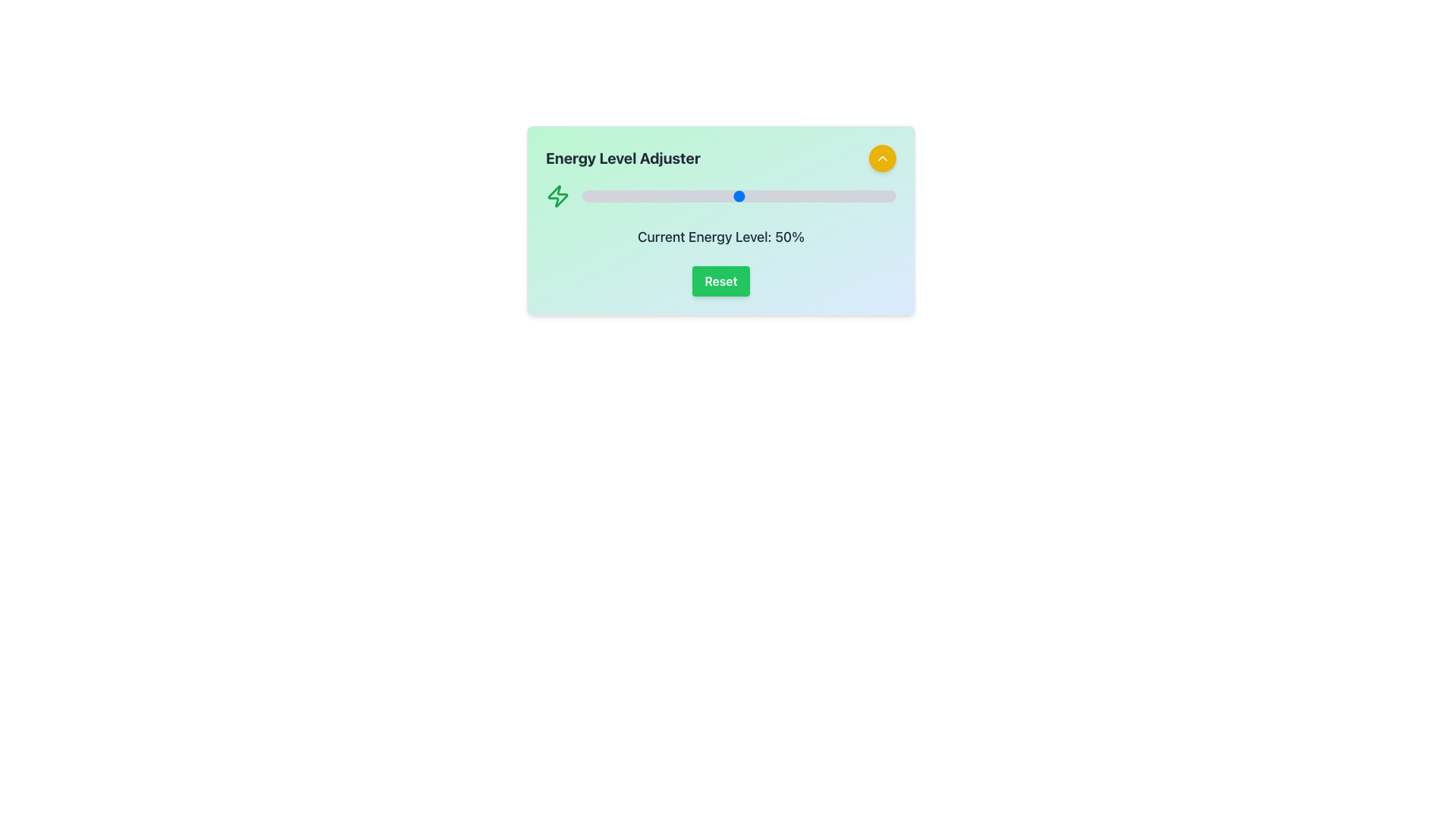 Image resolution: width=1456 pixels, height=819 pixels. I want to click on the energy level, so click(861, 195).